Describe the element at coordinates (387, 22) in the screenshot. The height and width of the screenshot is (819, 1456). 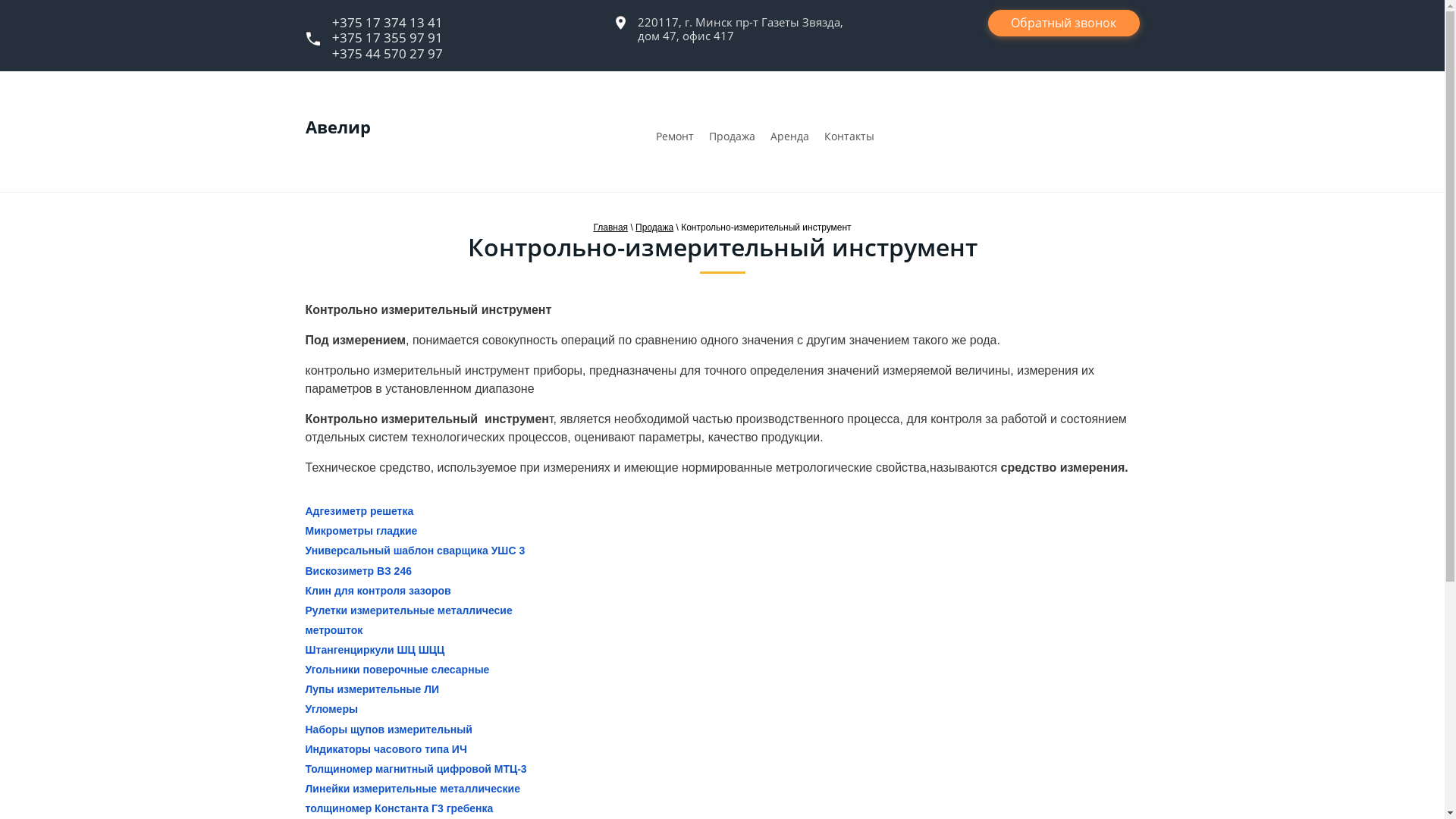
I see `'+375 17 374 13 41'` at that location.